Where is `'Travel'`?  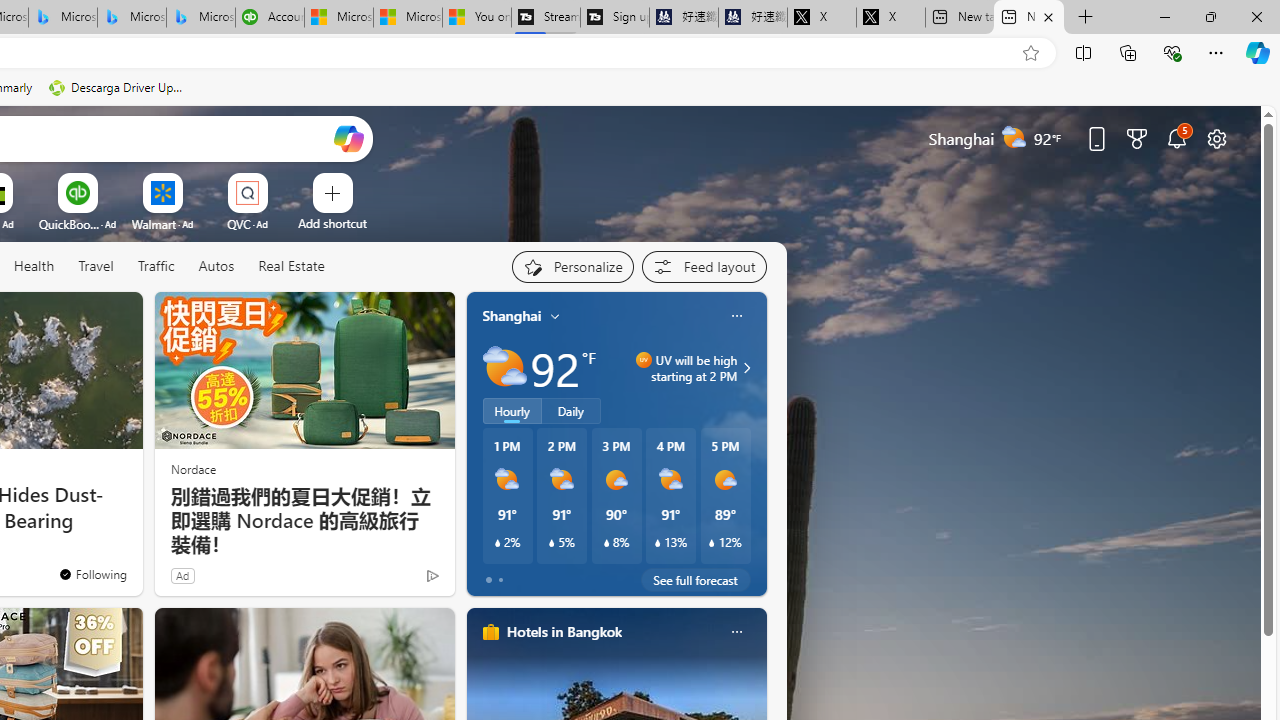
'Travel' is located at coordinates (95, 266).